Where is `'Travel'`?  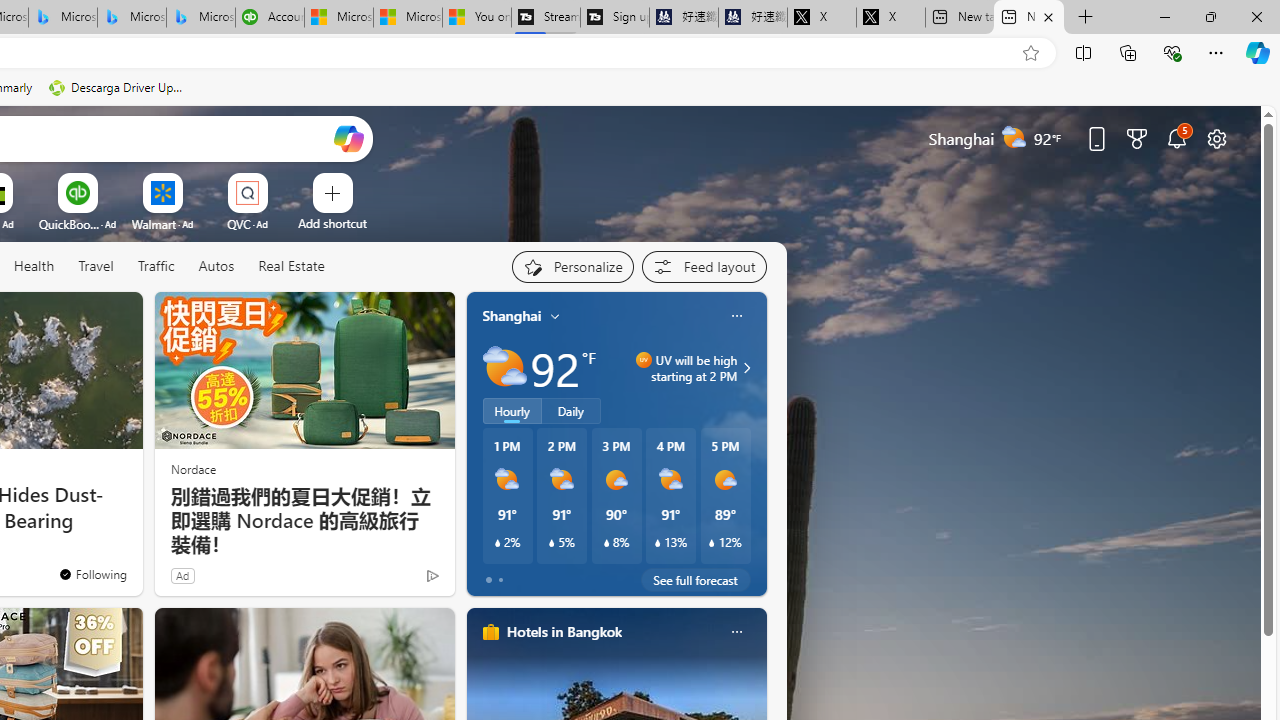
'Travel' is located at coordinates (95, 266).